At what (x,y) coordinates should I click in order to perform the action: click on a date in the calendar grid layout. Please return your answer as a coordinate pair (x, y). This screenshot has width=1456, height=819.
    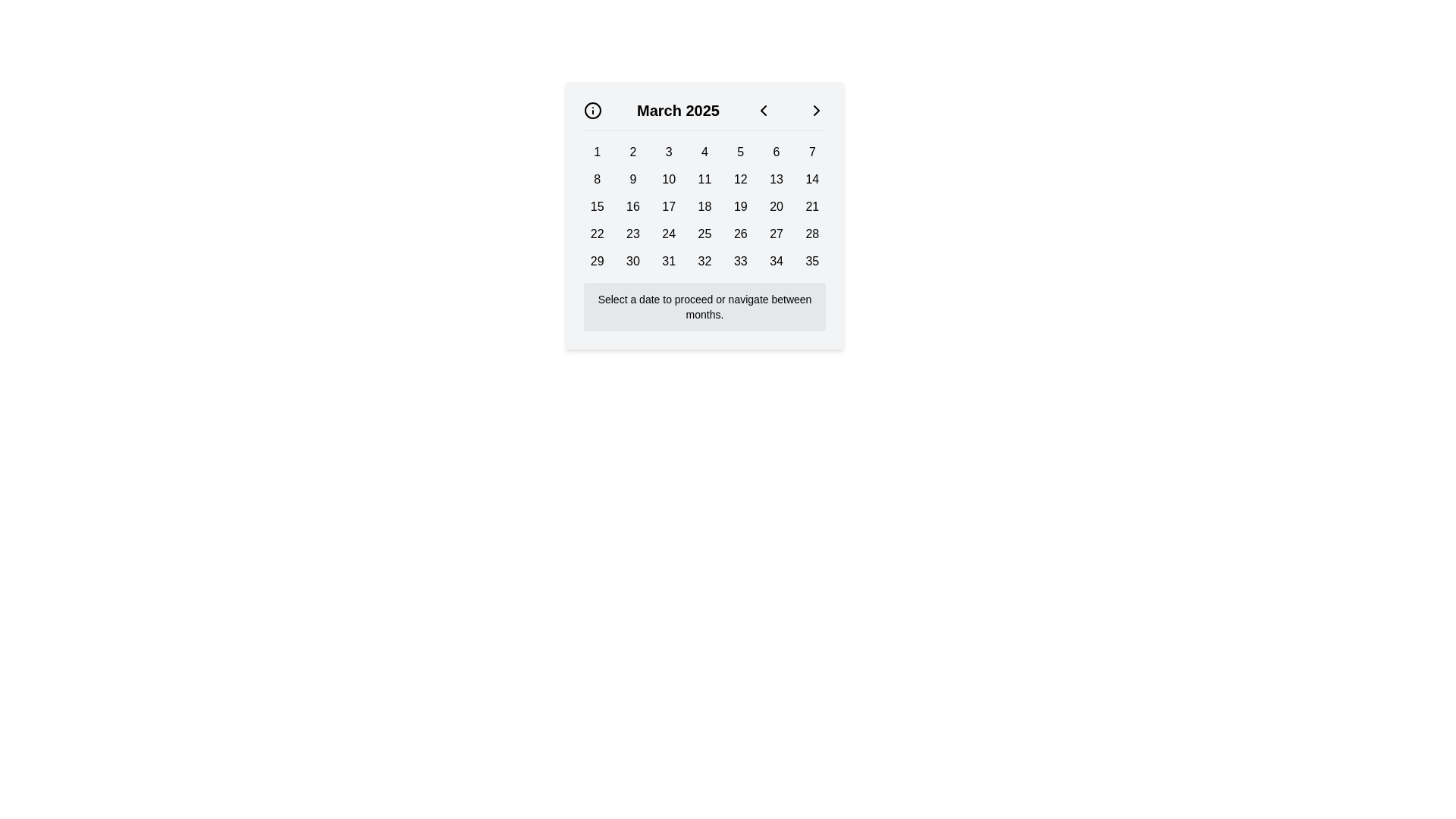
    Looking at the image, I should click on (704, 207).